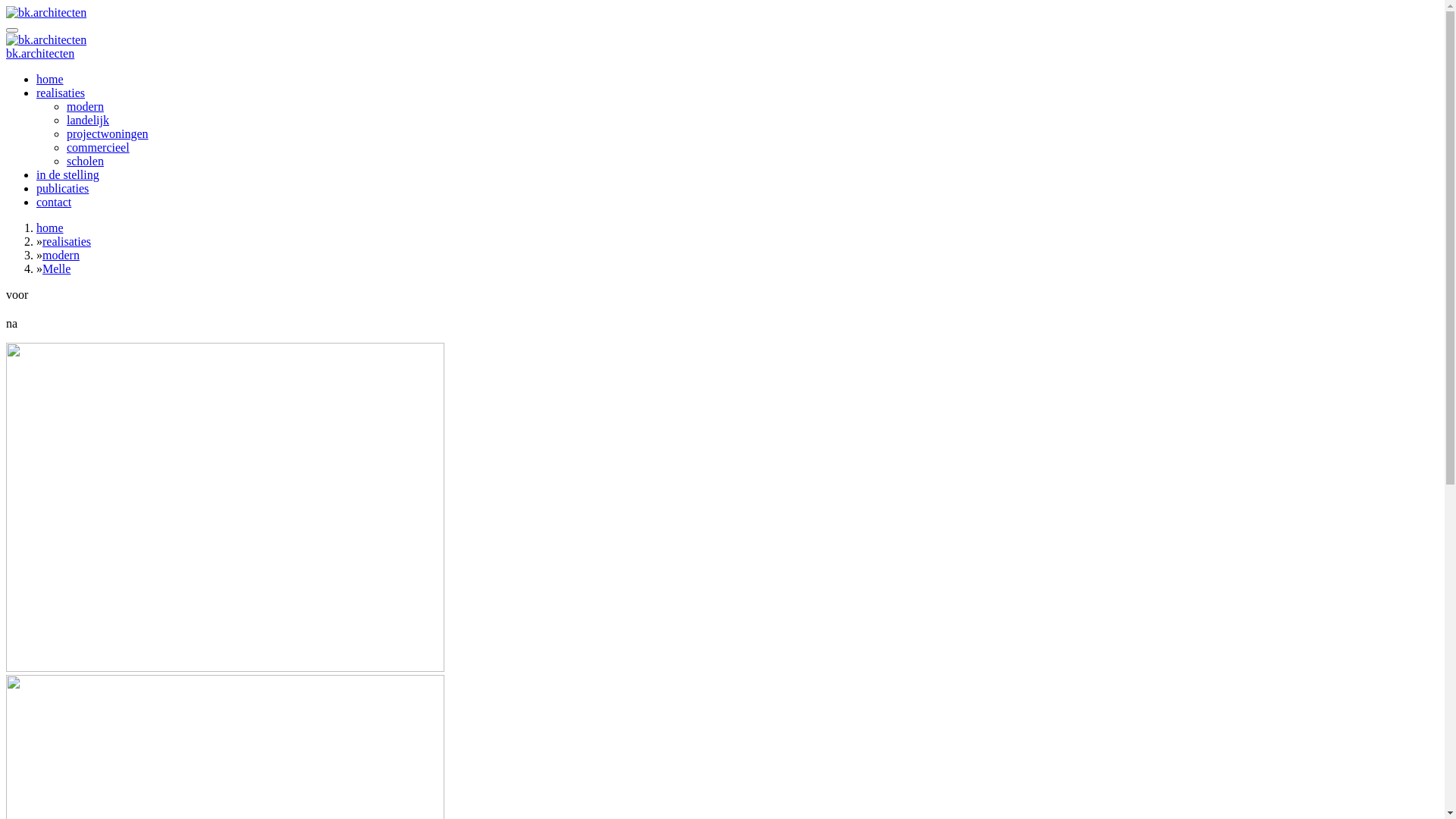  I want to click on 'bk.architecten', so click(46, 39).